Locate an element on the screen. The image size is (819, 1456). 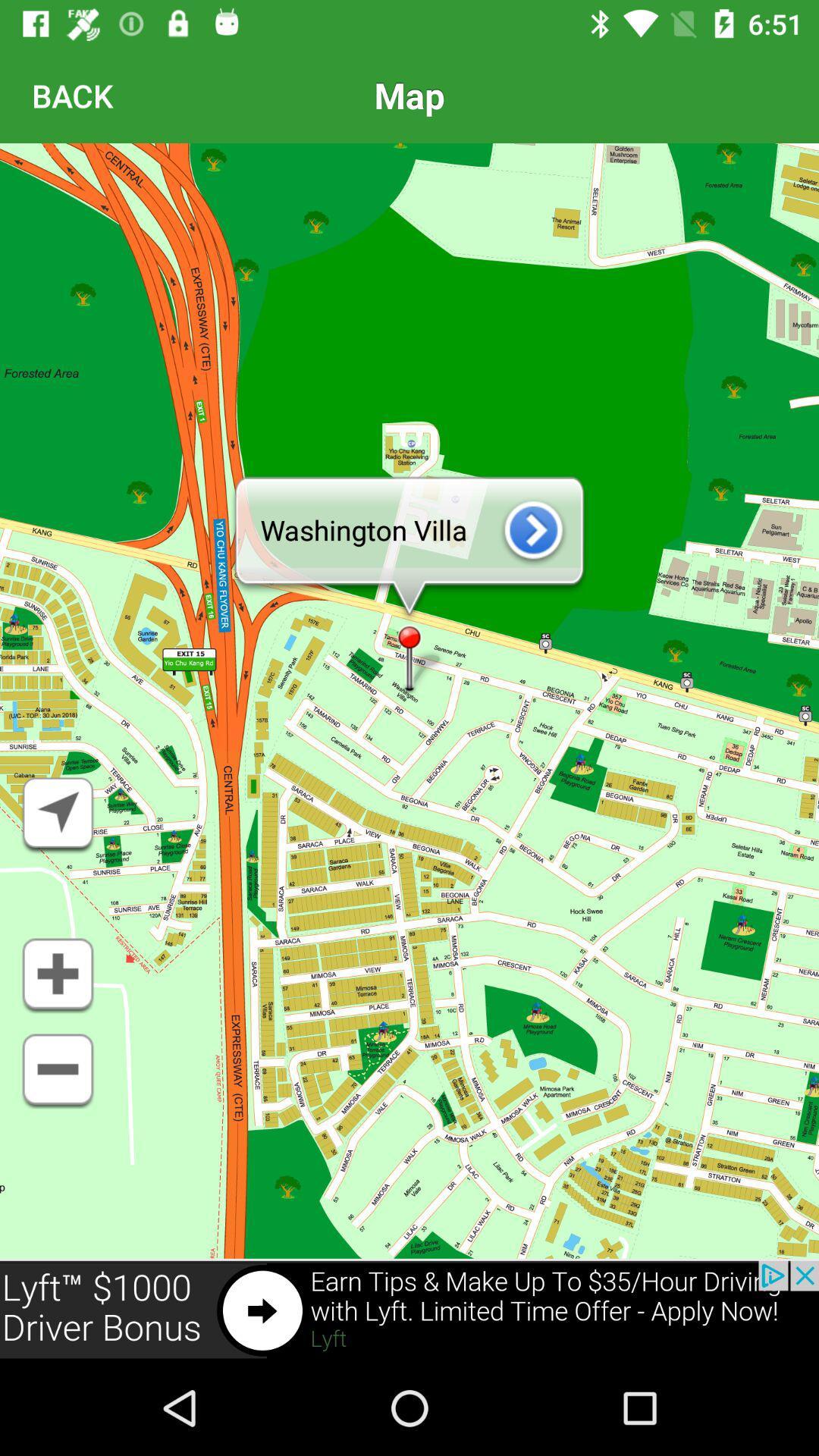
advertisement is located at coordinates (409, 1310).